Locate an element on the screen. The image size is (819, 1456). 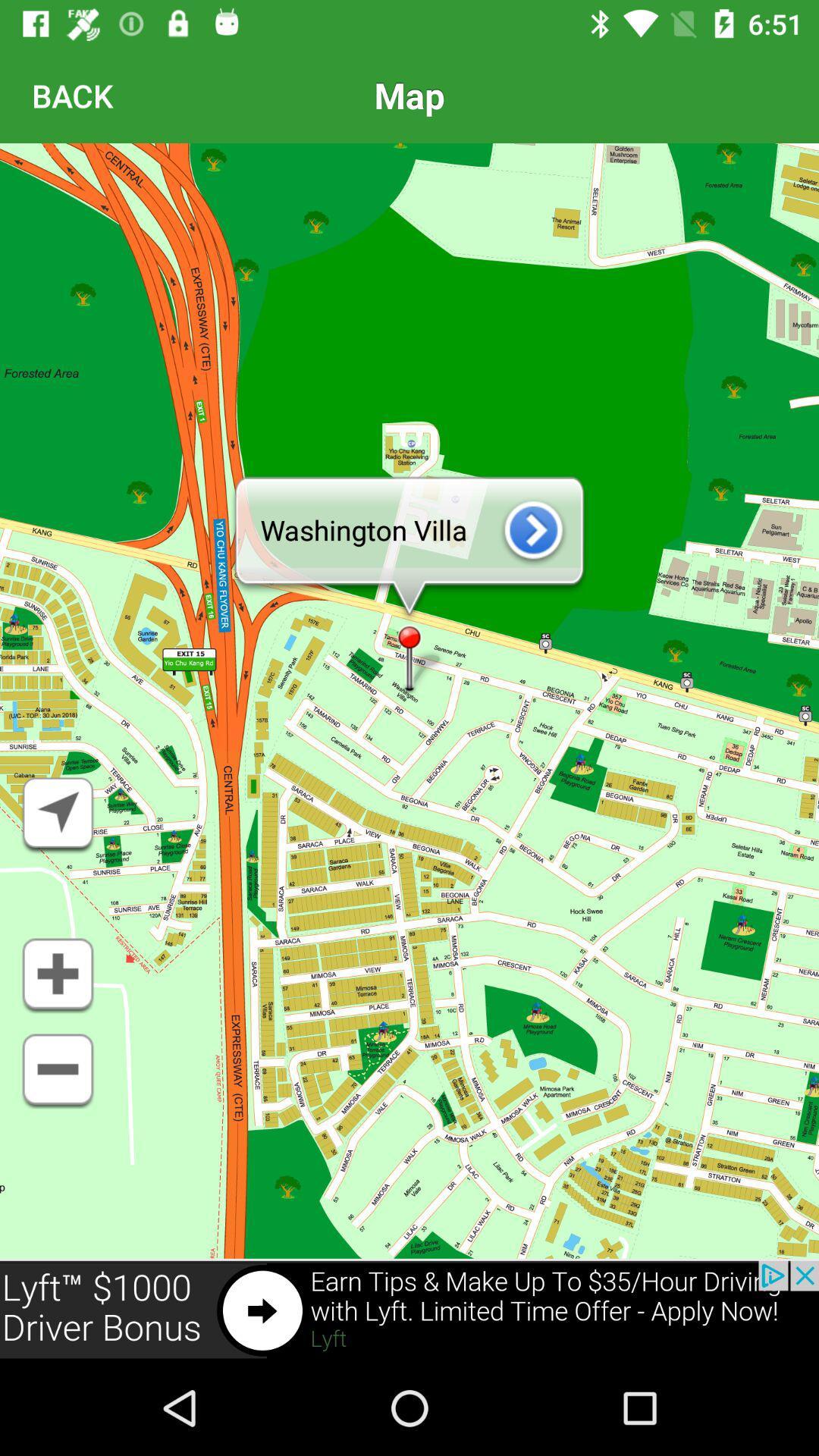
advertisement is located at coordinates (409, 1310).